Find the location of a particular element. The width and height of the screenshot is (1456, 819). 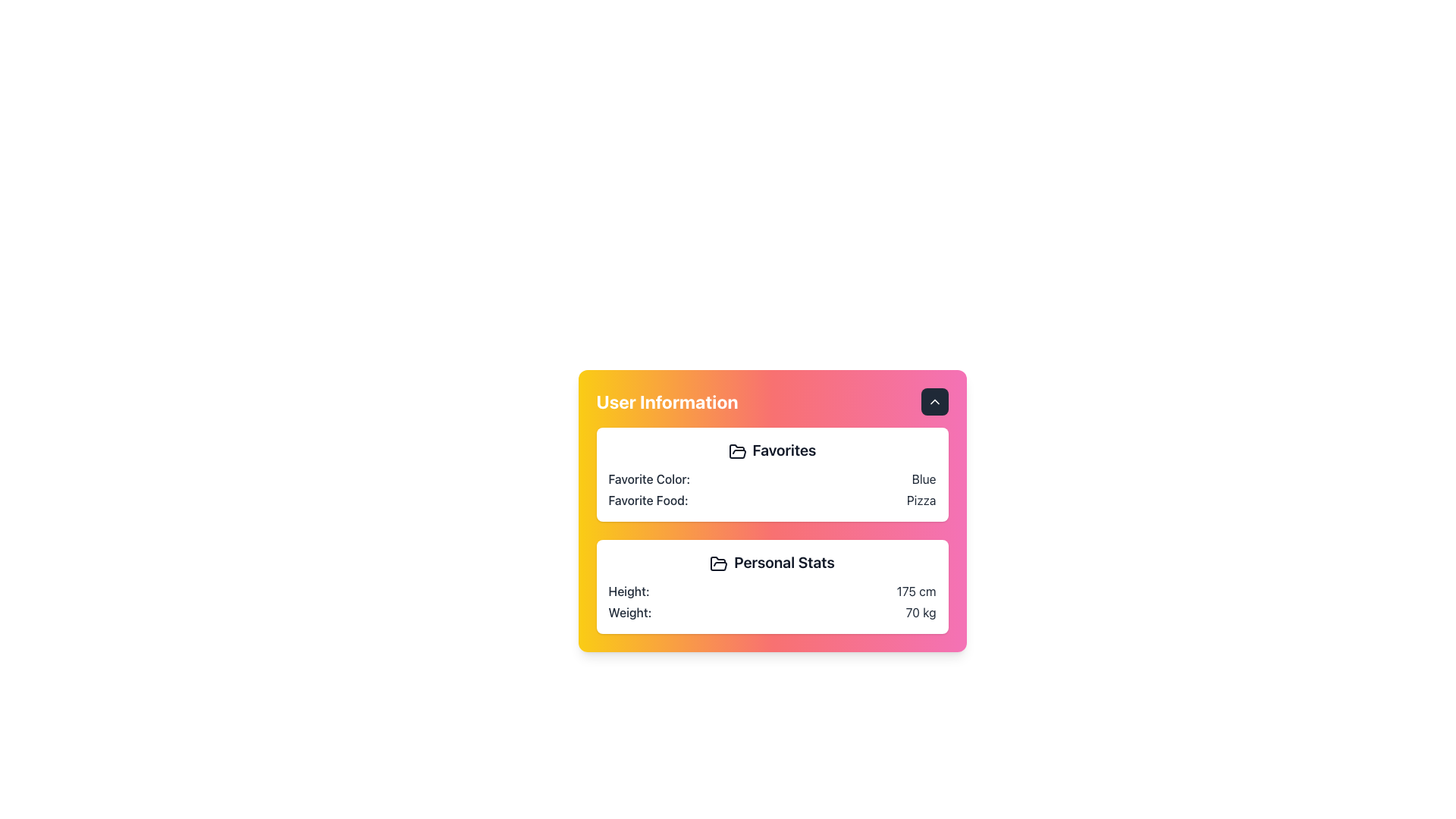

the up-chevron icon located in the top-right corner of the 'User Information' card to trigger the hover effect is located at coordinates (934, 400).